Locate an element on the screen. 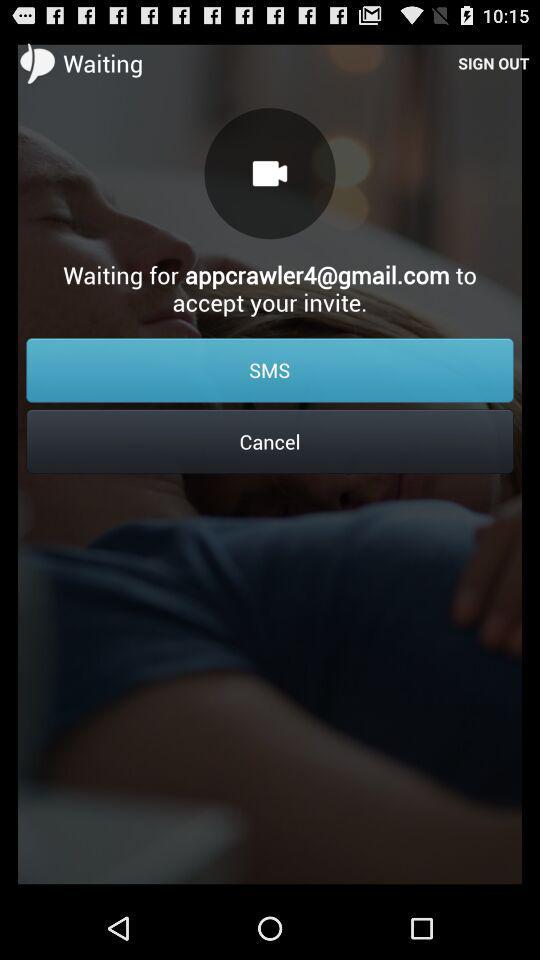 Image resolution: width=540 pixels, height=960 pixels. item above the cancel icon is located at coordinates (270, 369).